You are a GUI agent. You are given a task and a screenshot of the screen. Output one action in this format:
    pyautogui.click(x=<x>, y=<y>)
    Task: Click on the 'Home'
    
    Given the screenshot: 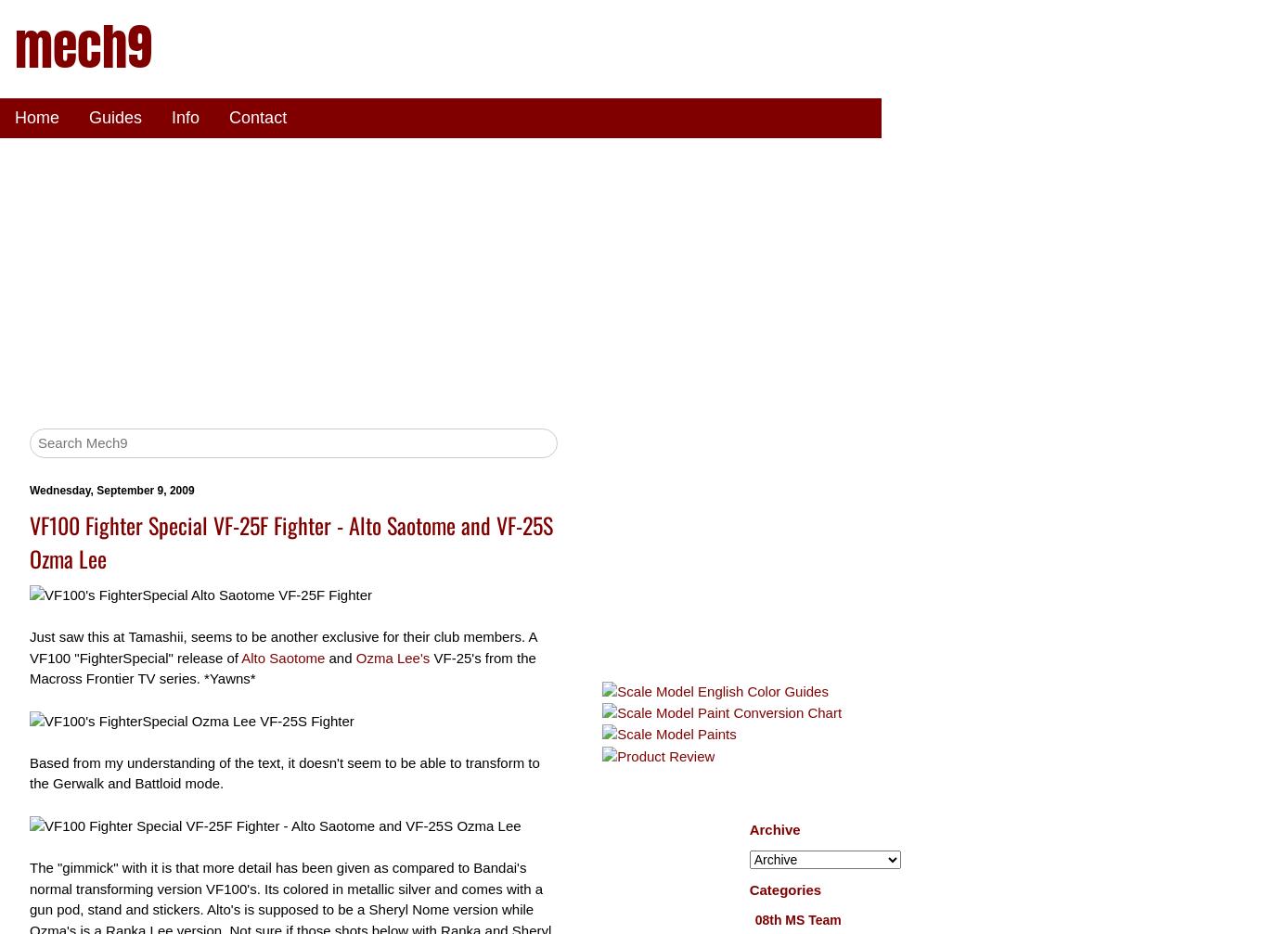 What is the action you would take?
    pyautogui.click(x=36, y=117)
    